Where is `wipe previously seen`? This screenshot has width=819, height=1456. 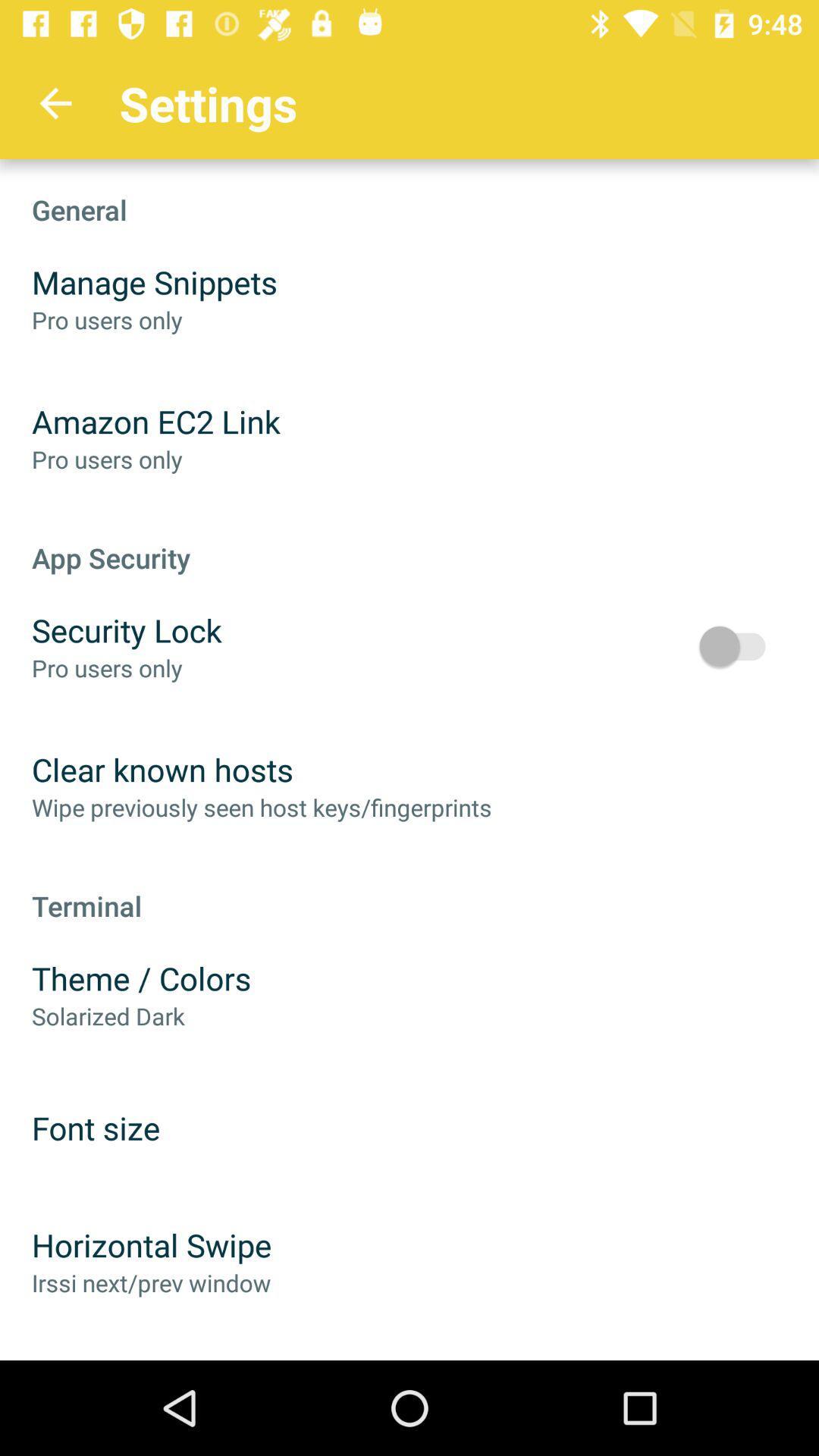
wipe previously seen is located at coordinates (261, 806).